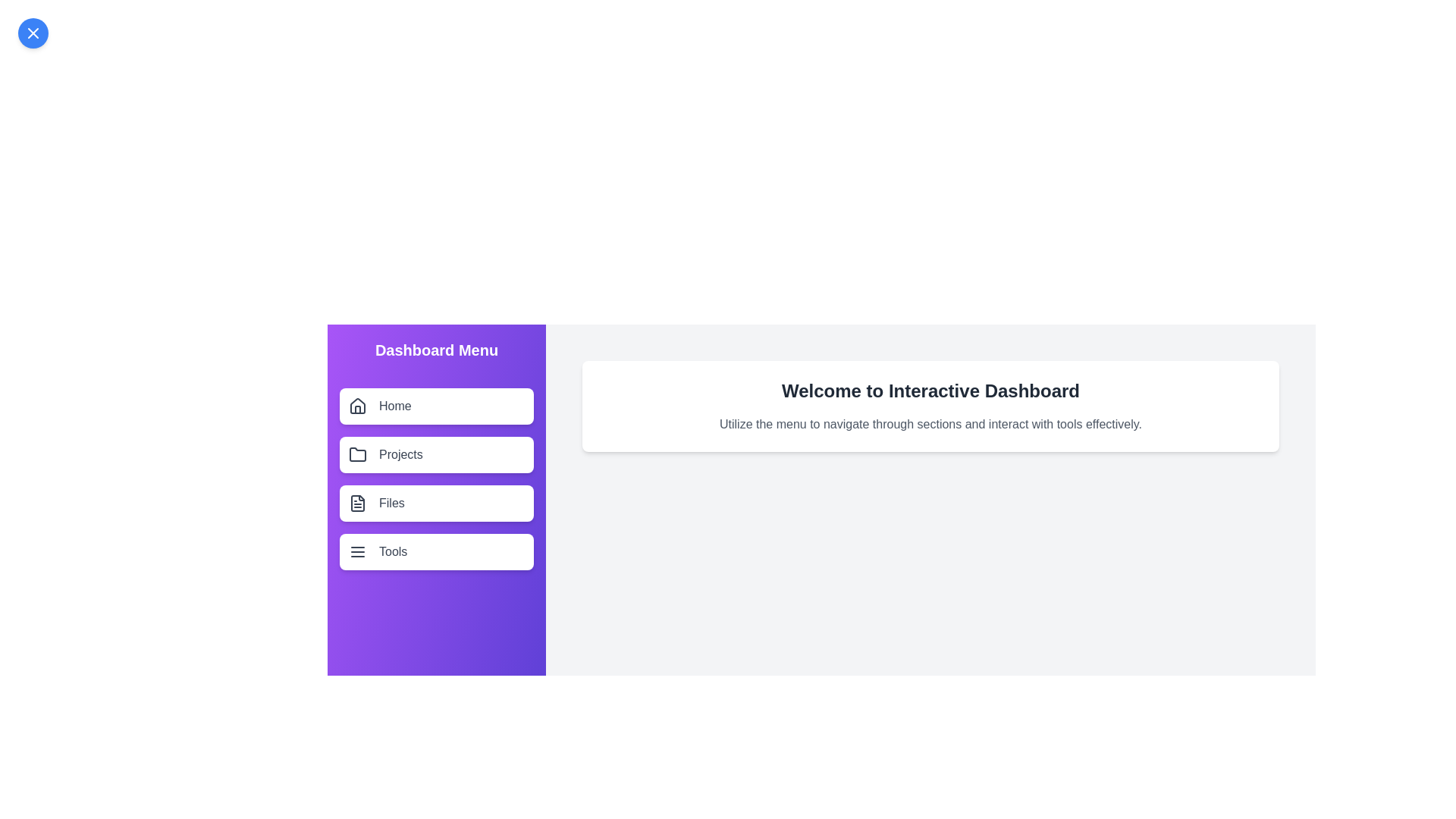 The width and height of the screenshot is (1456, 819). What do you see at coordinates (436, 503) in the screenshot?
I see `the menu item labeled 'Files' to observe visual feedback` at bounding box center [436, 503].